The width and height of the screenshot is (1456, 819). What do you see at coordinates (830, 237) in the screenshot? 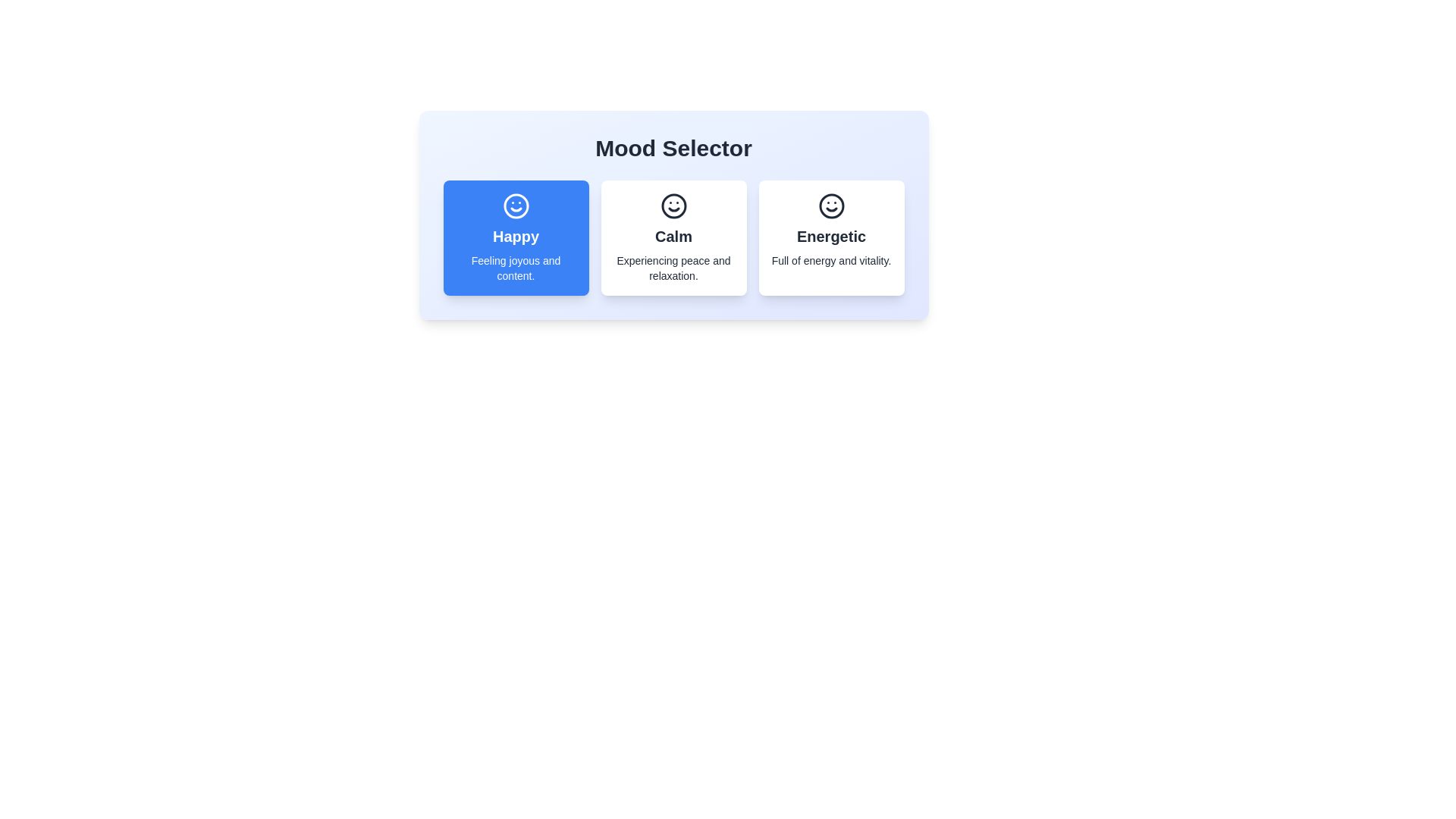
I see `the mood card corresponding to Energetic` at bounding box center [830, 237].